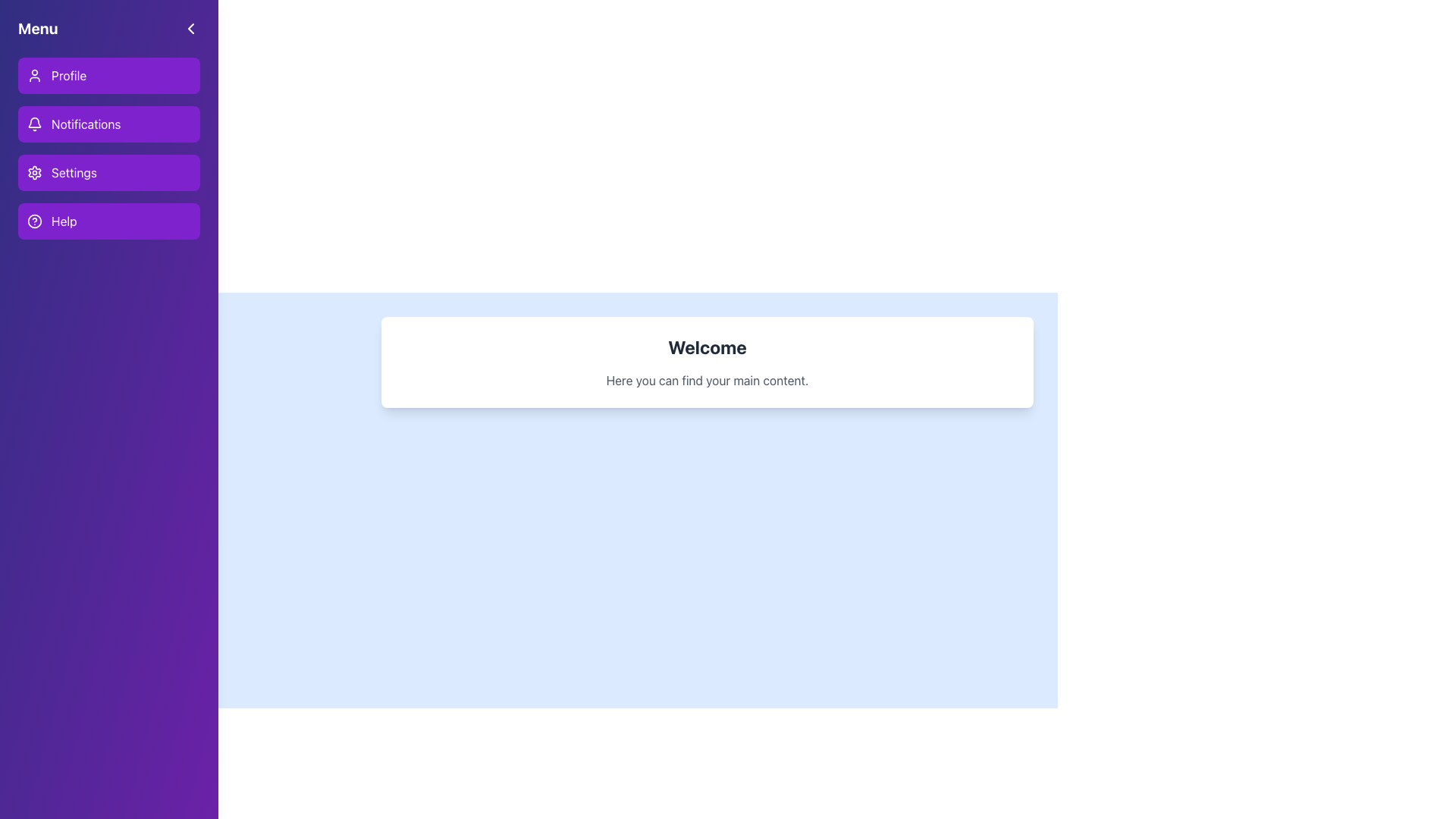 The height and width of the screenshot is (819, 1456). I want to click on the 'Welcome' text label, which is styled in bold and positioned at the top of a white card interface, so click(706, 347).